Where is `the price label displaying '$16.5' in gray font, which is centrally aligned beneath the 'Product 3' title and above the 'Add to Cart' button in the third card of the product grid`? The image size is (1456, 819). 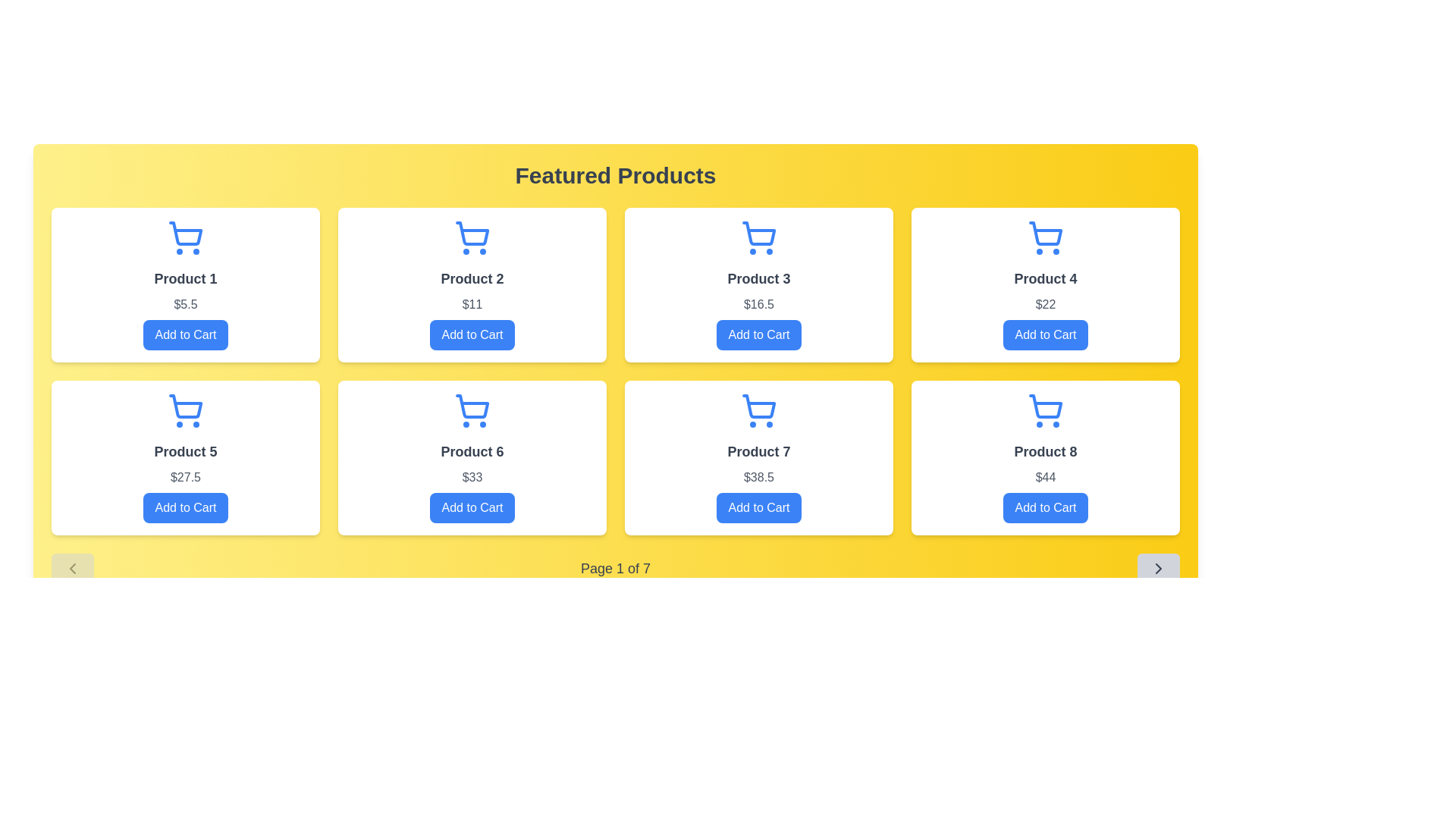 the price label displaying '$16.5' in gray font, which is centrally aligned beneath the 'Product 3' title and above the 'Add to Cart' button in the third card of the product grid is located at coordinates (759, 304).